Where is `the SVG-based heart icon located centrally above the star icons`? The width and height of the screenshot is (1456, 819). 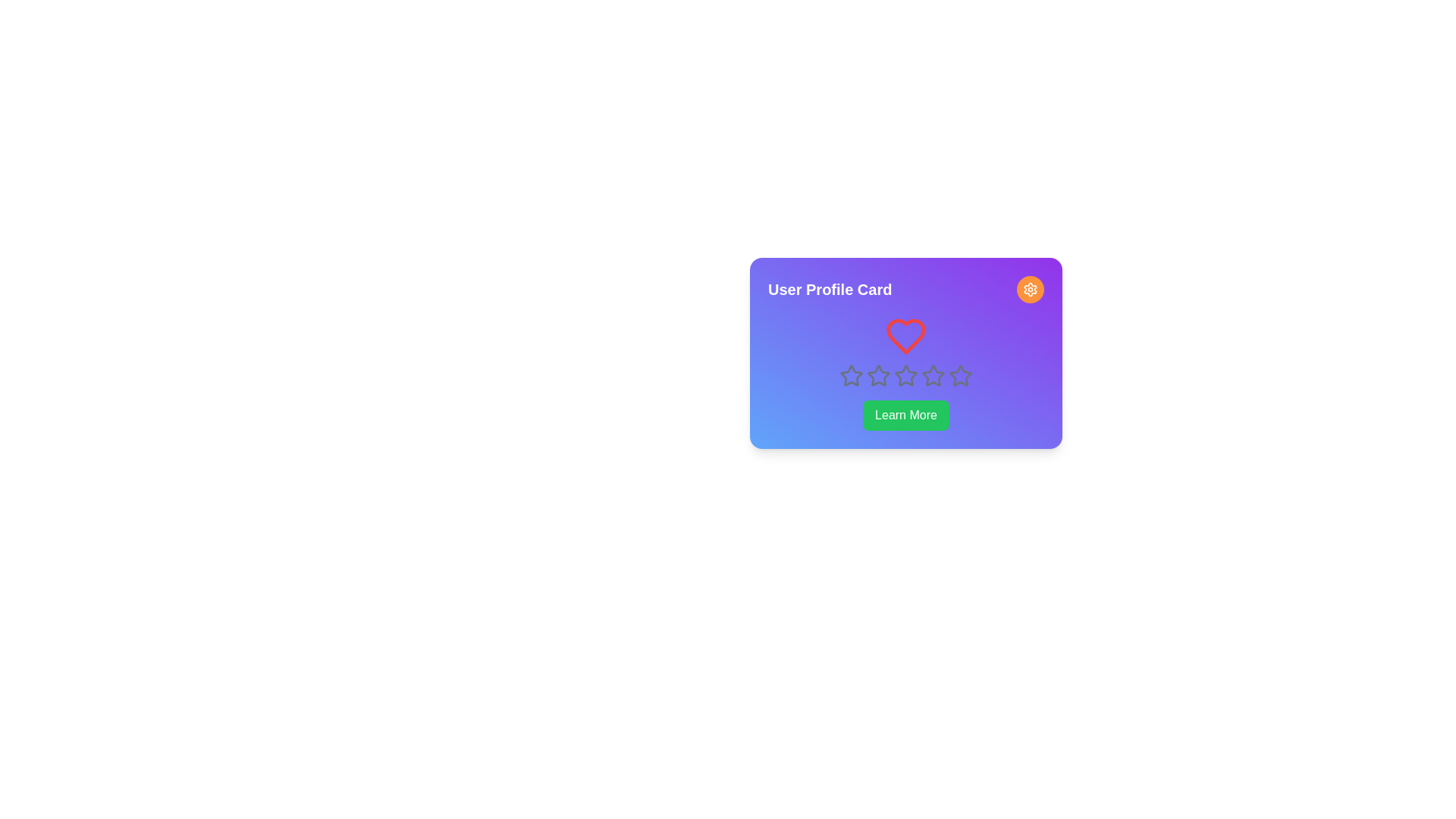
the SVG-based heart icon located centrally above the star icons is located at coordinates (906, 335).